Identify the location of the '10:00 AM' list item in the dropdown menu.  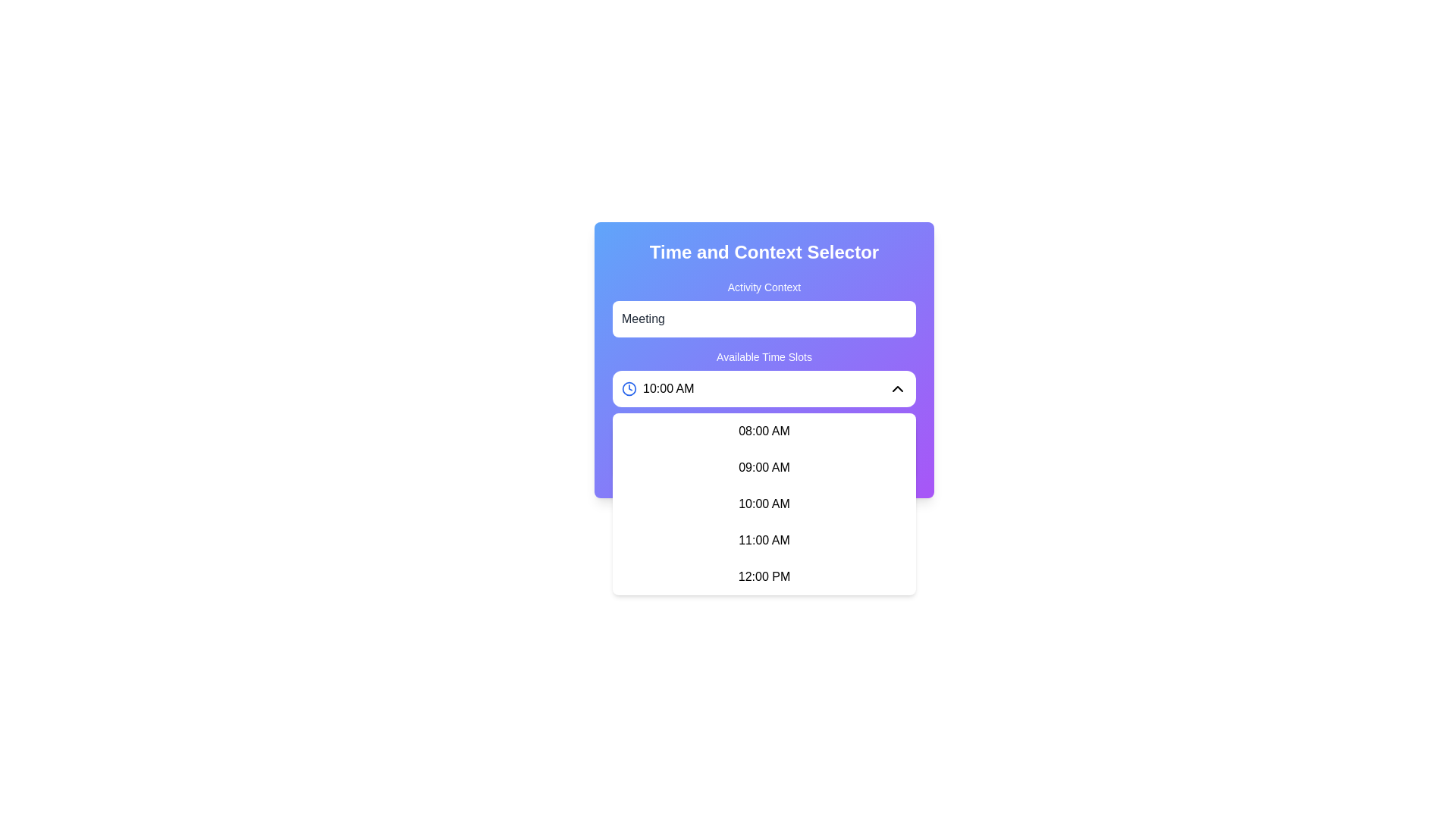
(764, 504).